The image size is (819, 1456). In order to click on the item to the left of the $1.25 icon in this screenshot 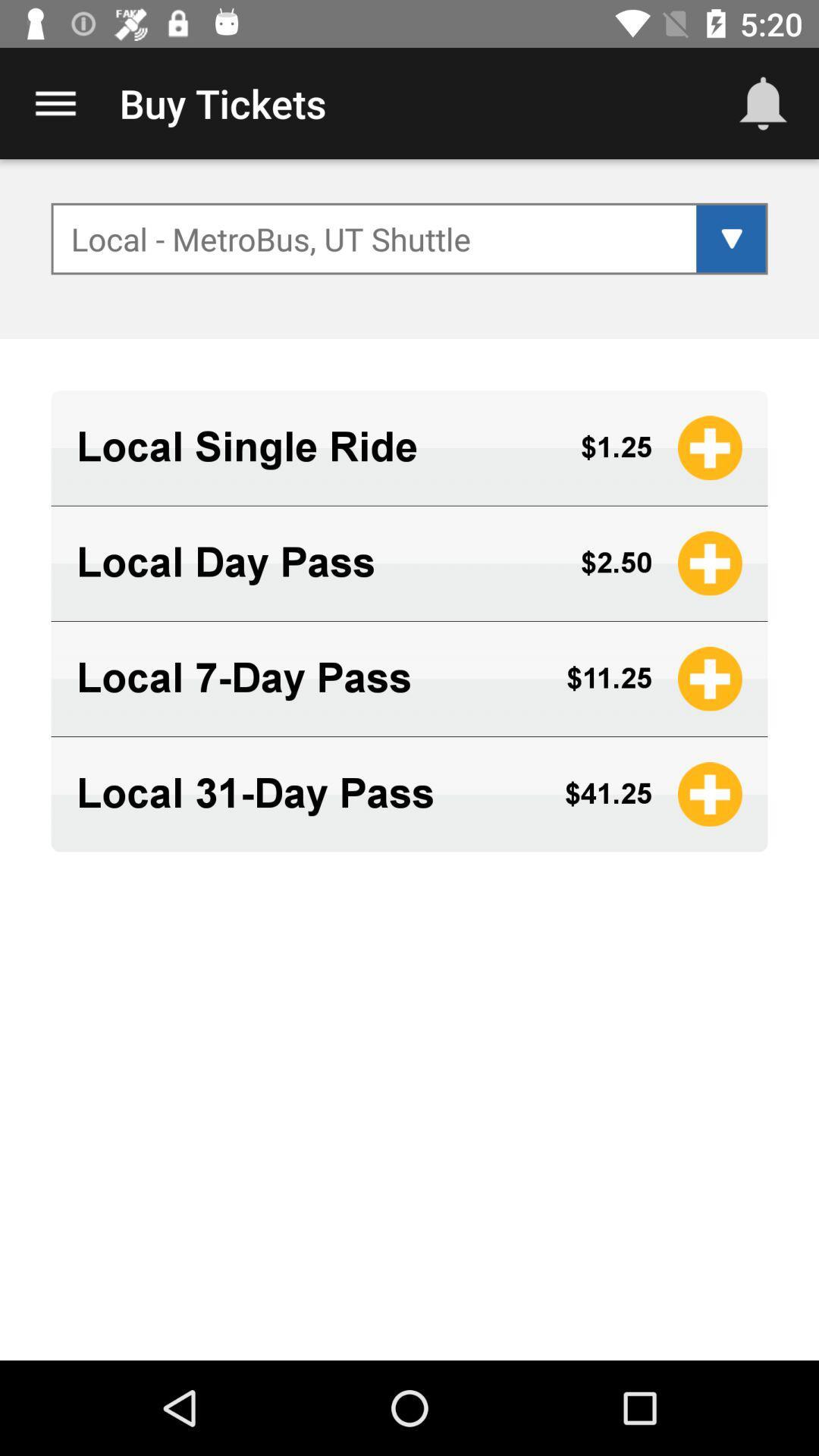, I will do `click(315, 447)`.